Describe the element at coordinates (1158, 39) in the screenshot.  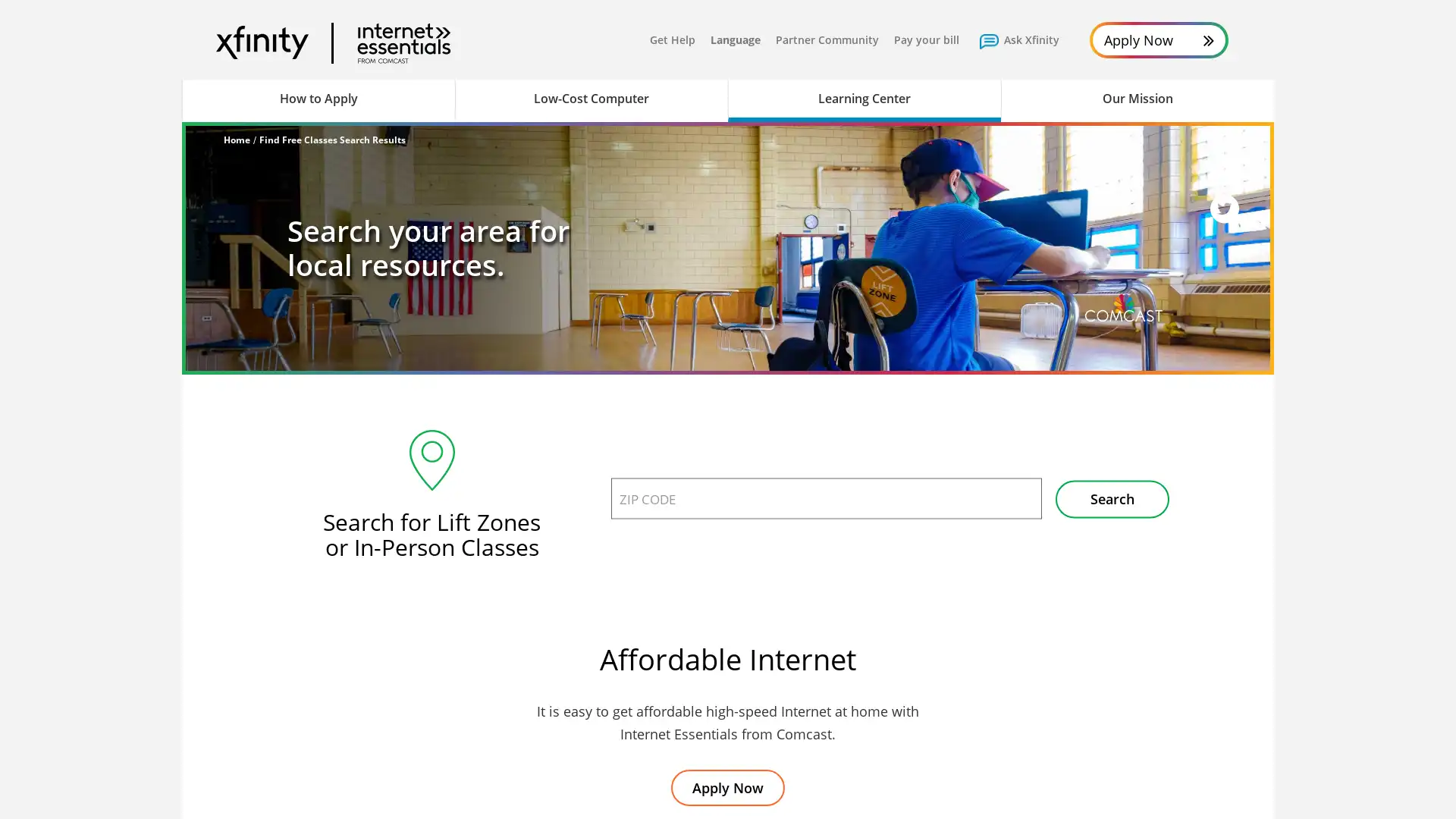
I see `Apply Now` at that location.